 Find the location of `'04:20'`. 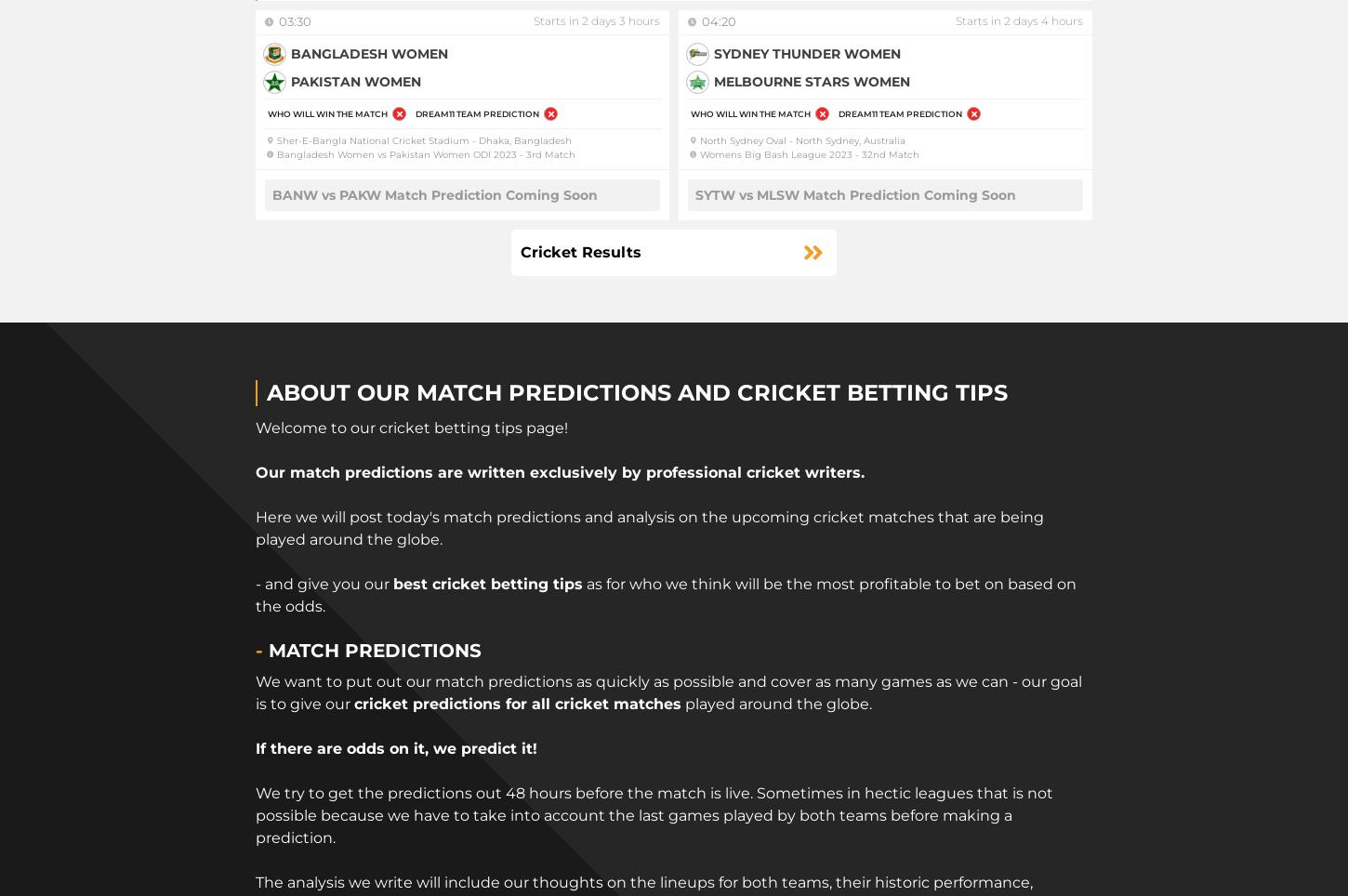

'04:20' is located at coordinates (719, 20).